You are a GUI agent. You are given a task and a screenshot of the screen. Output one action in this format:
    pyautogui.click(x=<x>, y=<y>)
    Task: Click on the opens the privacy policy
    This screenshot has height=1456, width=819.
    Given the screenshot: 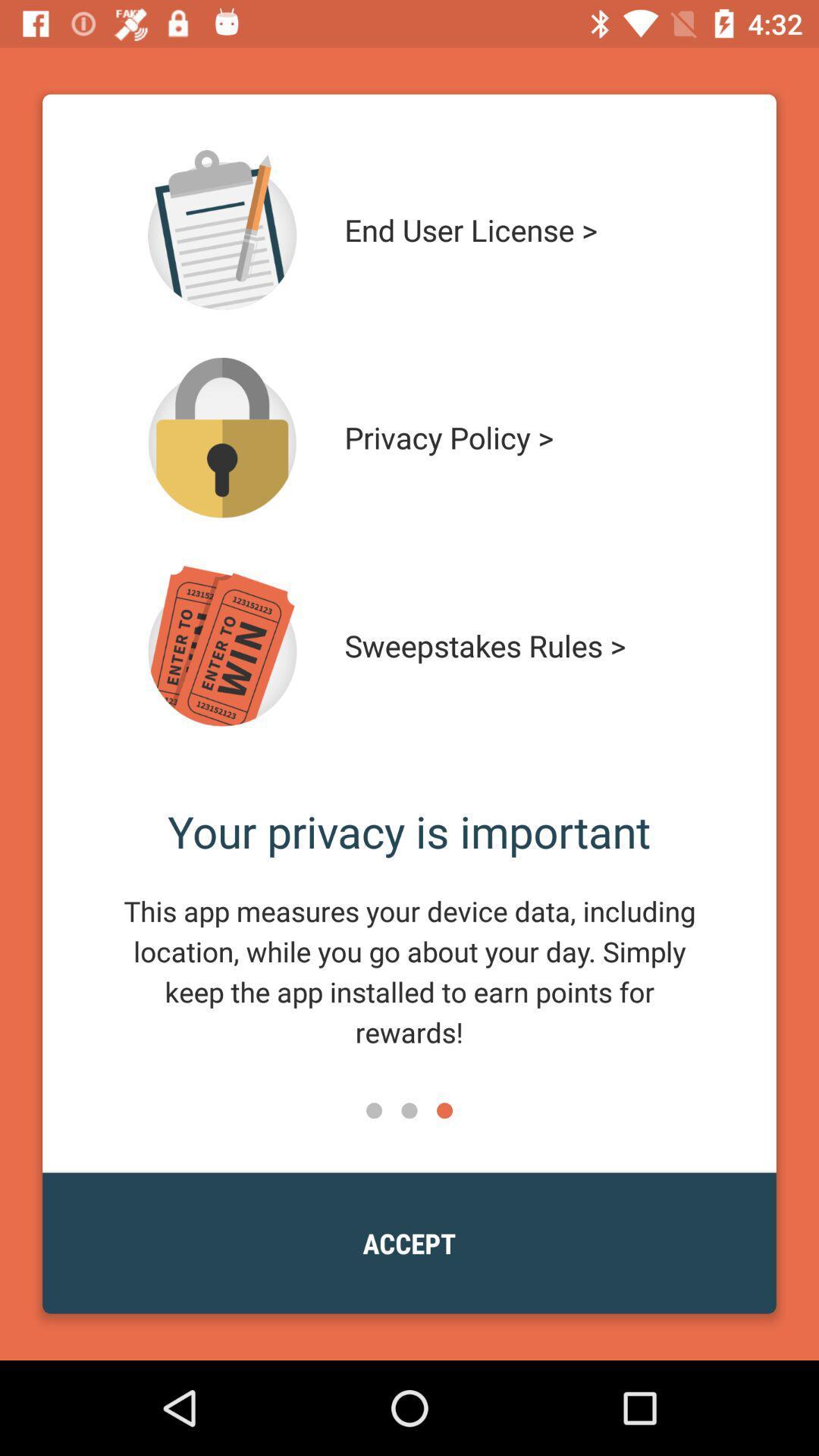 What is the action you would take?
    pyautogui.click(x=222, y=437)
    